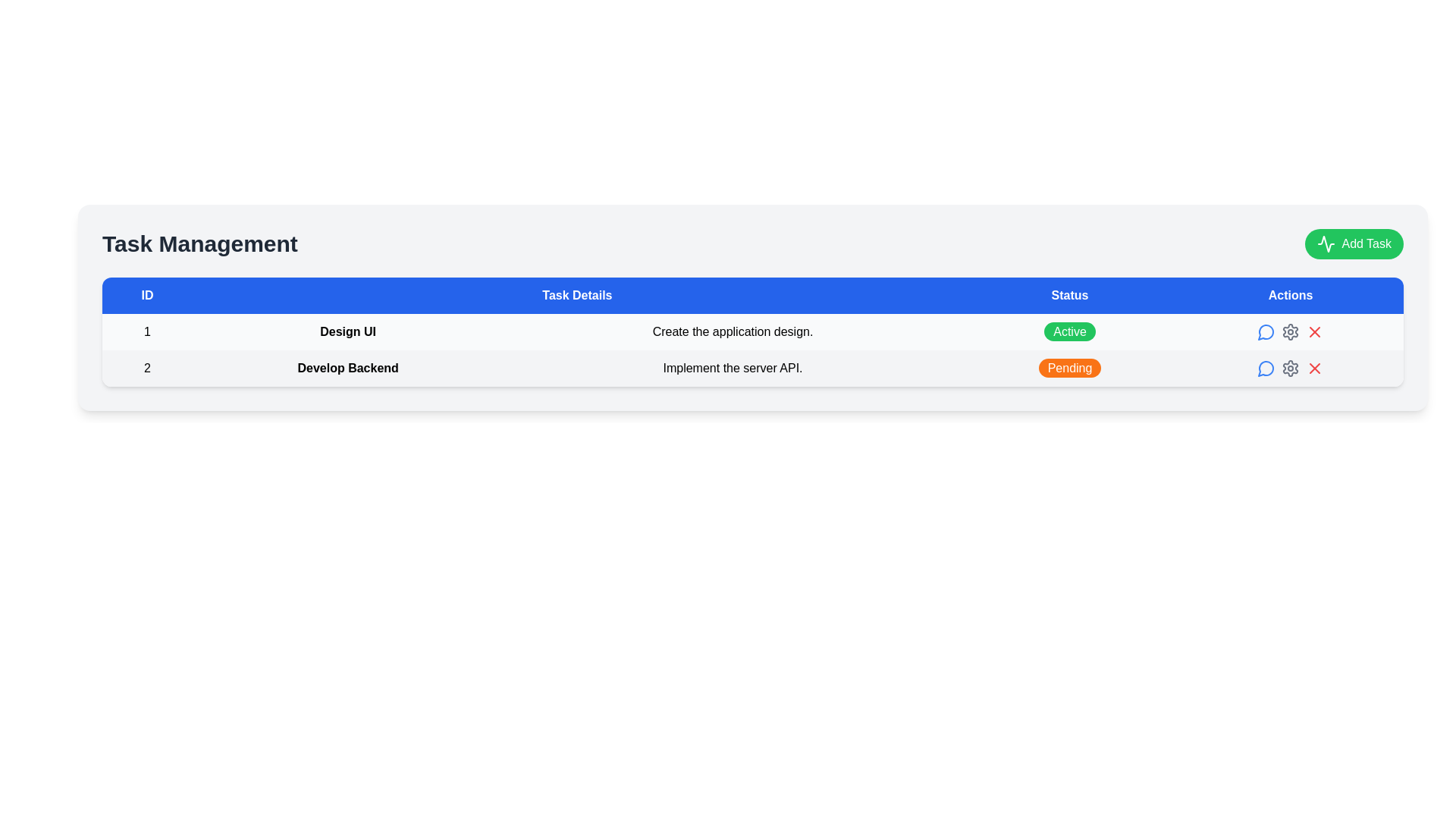 The width and height of the screenshot is (1456, 819). Describe the element at coordinates (733, 331) in the screenshot. I see `the Text label in the third column of the first data row under the 'Task Details' header in the table` at that location.